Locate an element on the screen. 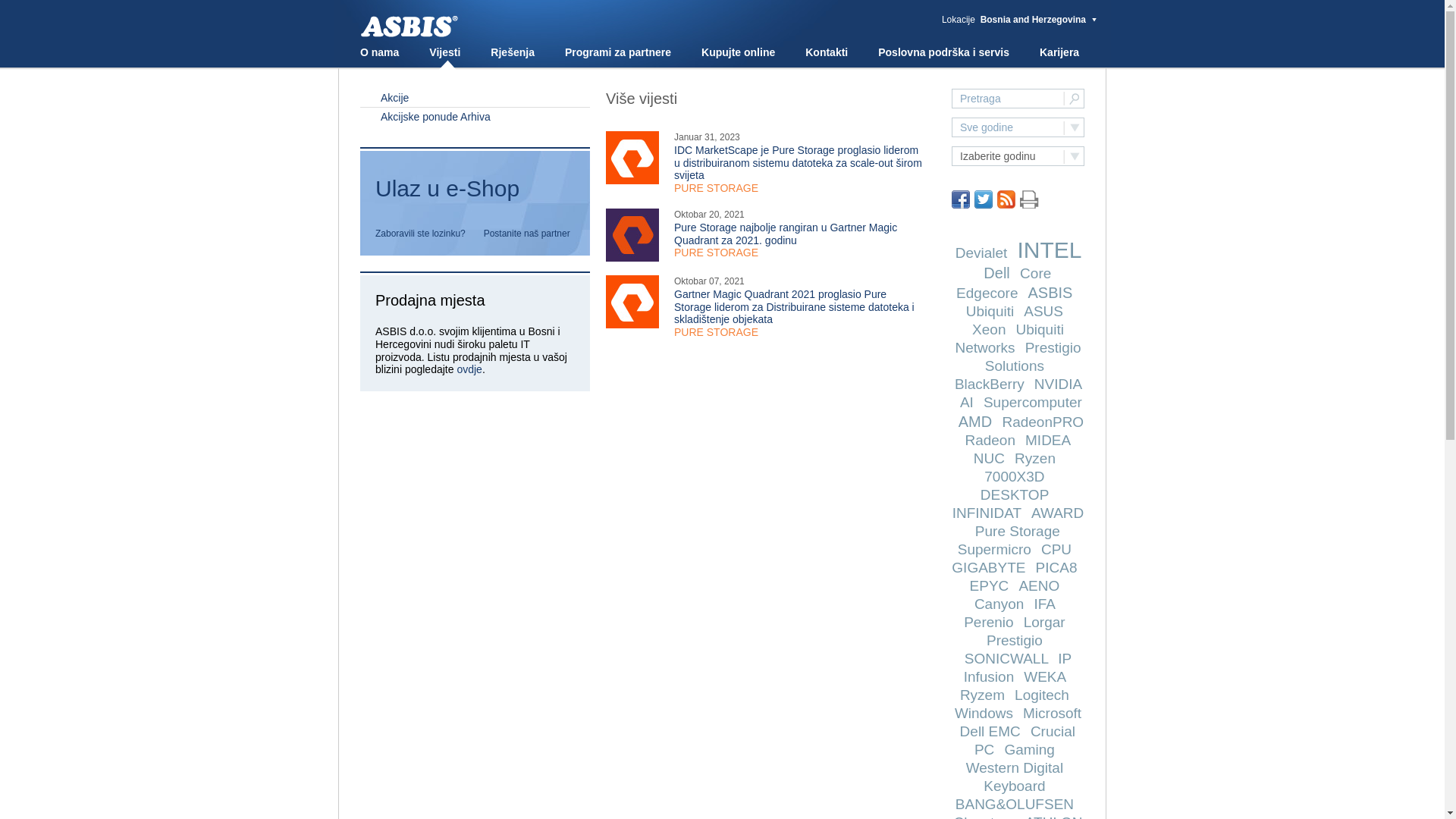 This screenshot has width=1456, height=819. 'Gaming' is located at coordinates (1029, 748).